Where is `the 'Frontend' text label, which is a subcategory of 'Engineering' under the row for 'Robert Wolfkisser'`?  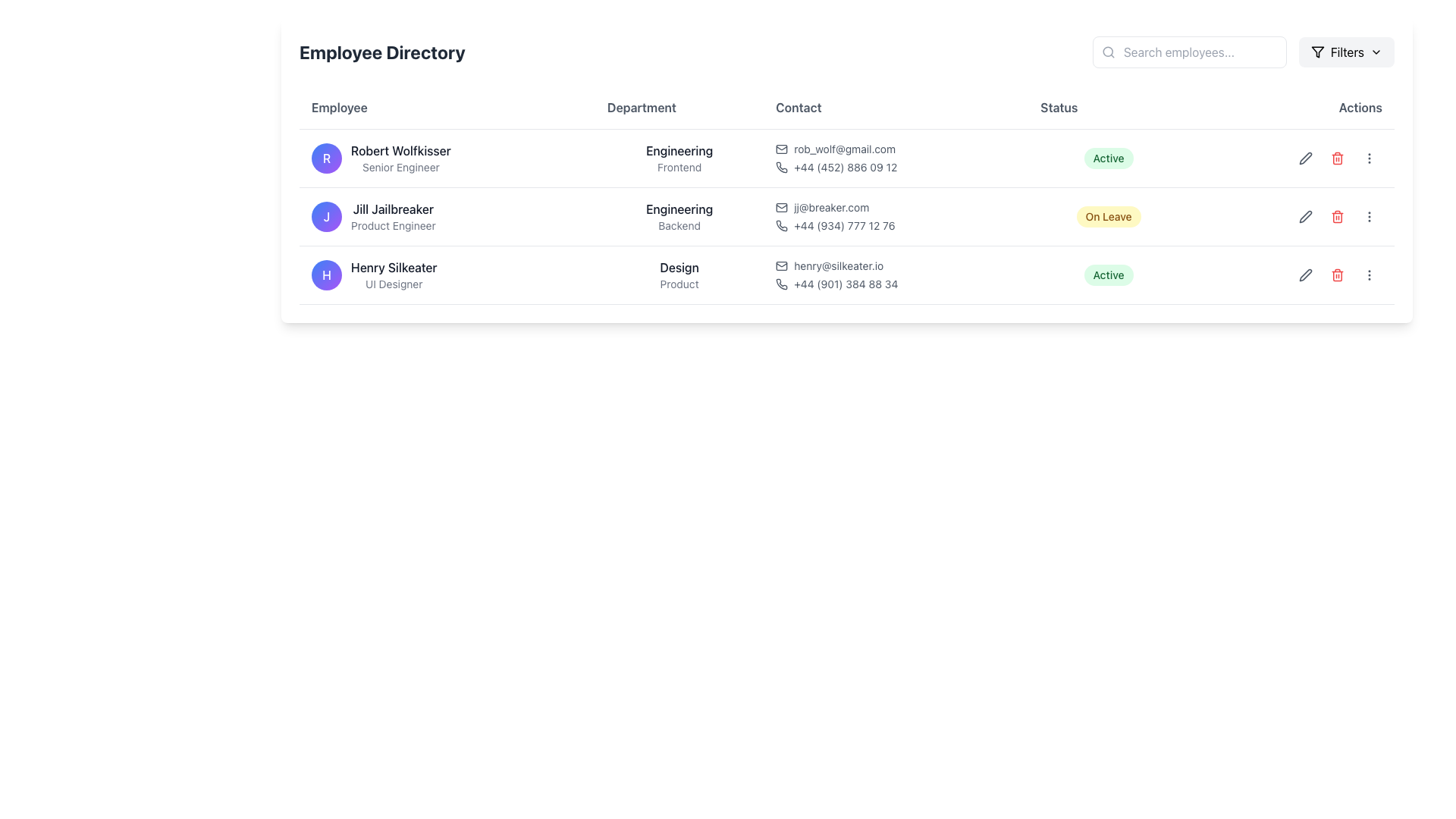 the 'Frontend' text label, which is a subcategory of 'Engineering' under the row for 'Robert Wolfkisser' is located at coordinates (679, 167).